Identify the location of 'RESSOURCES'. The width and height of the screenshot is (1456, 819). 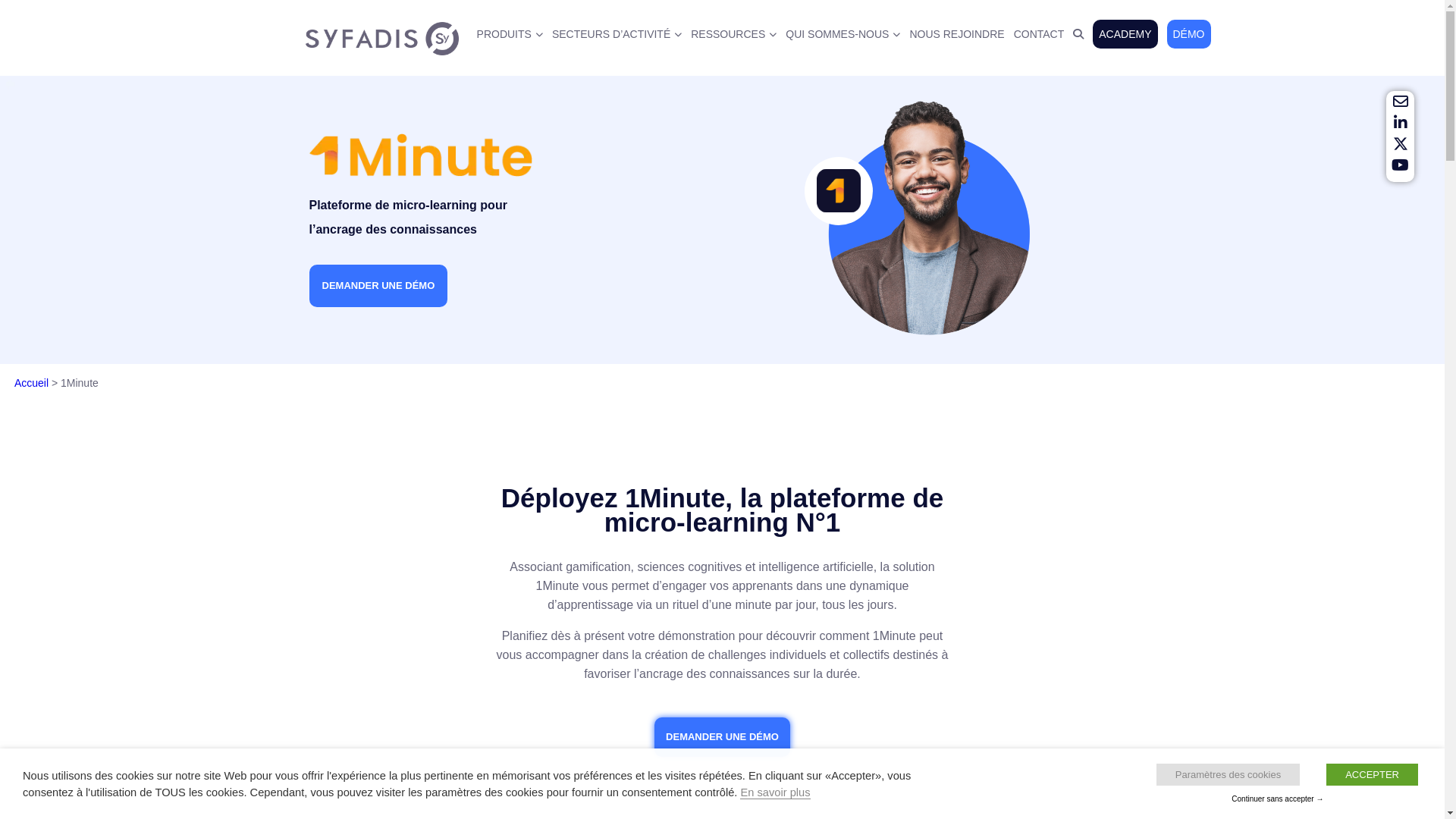
(733, 34).